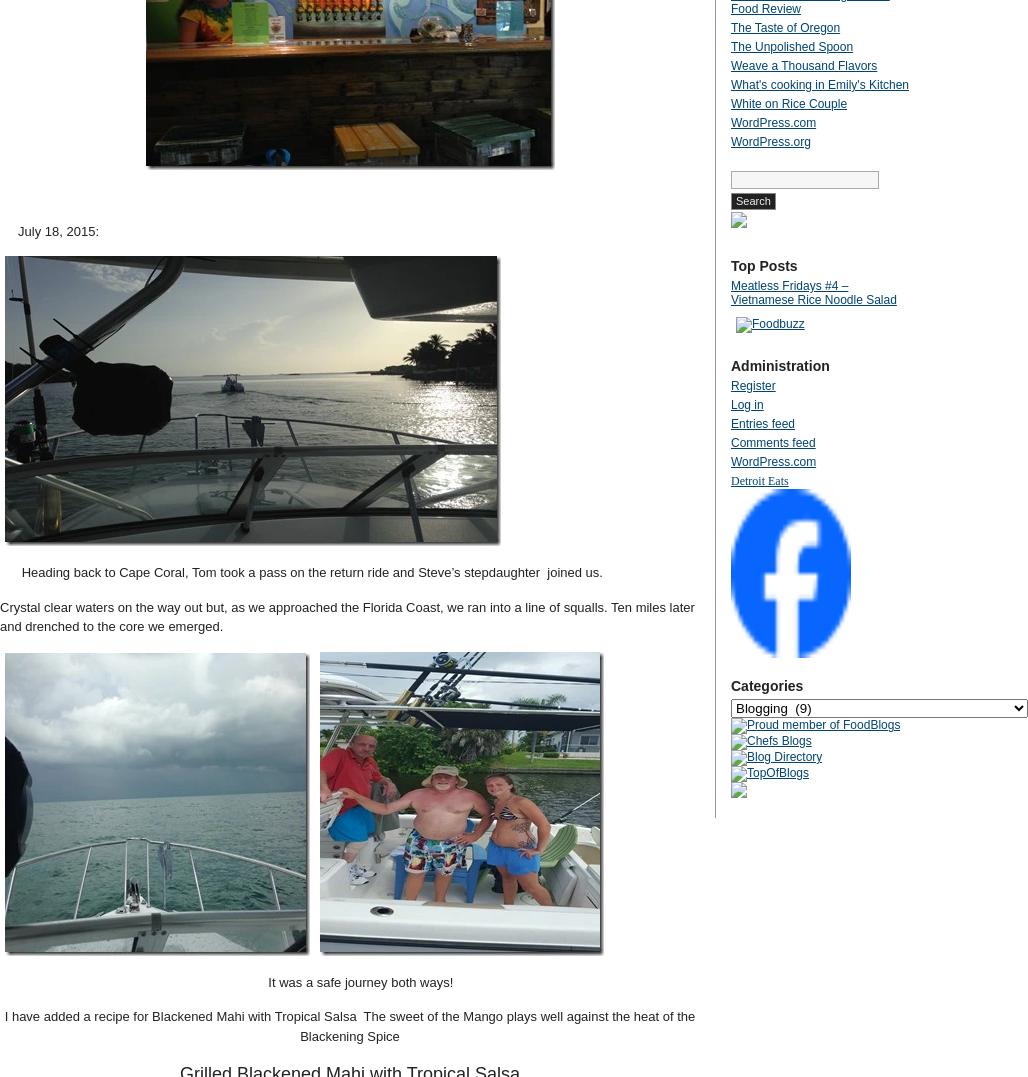  I want to click on 'Categories', so click(730, 685).